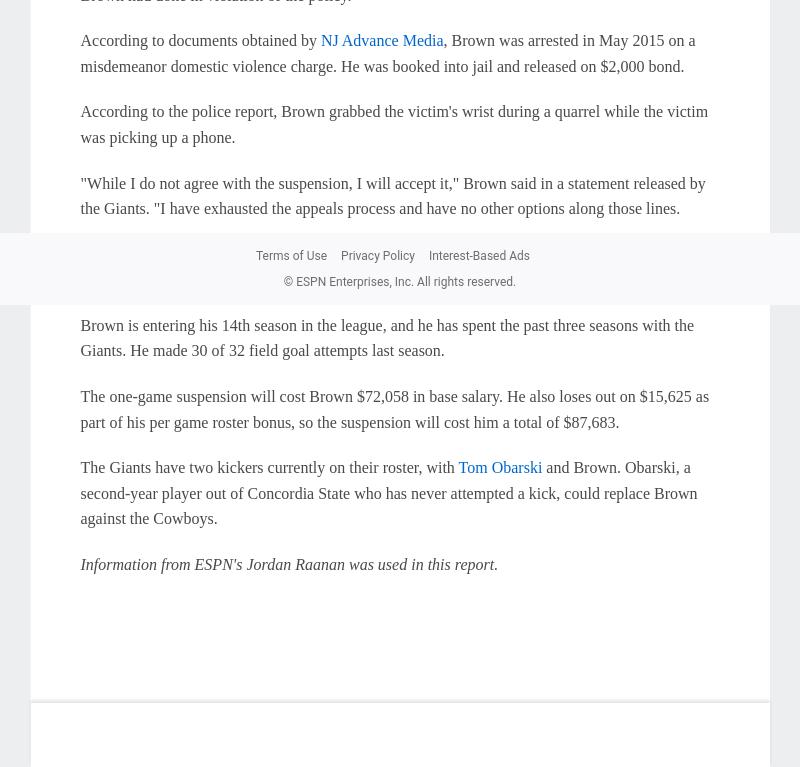 This screenshot has width=800, height=767. I want to click on 'The Giants have two kickers currently on their roster, with', so click(268, 467).